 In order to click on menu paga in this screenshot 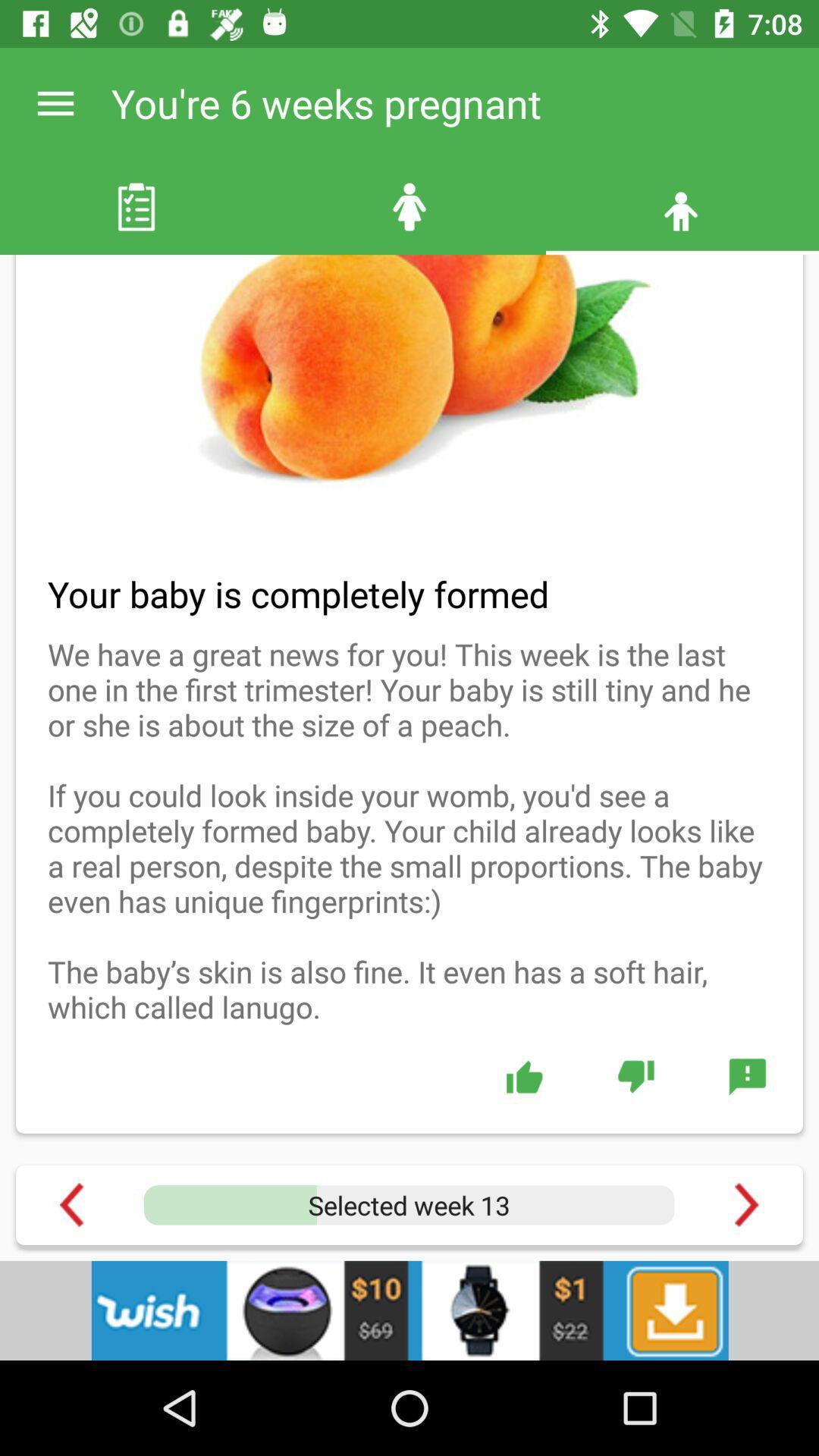, I will do `click(745, 1204)`.